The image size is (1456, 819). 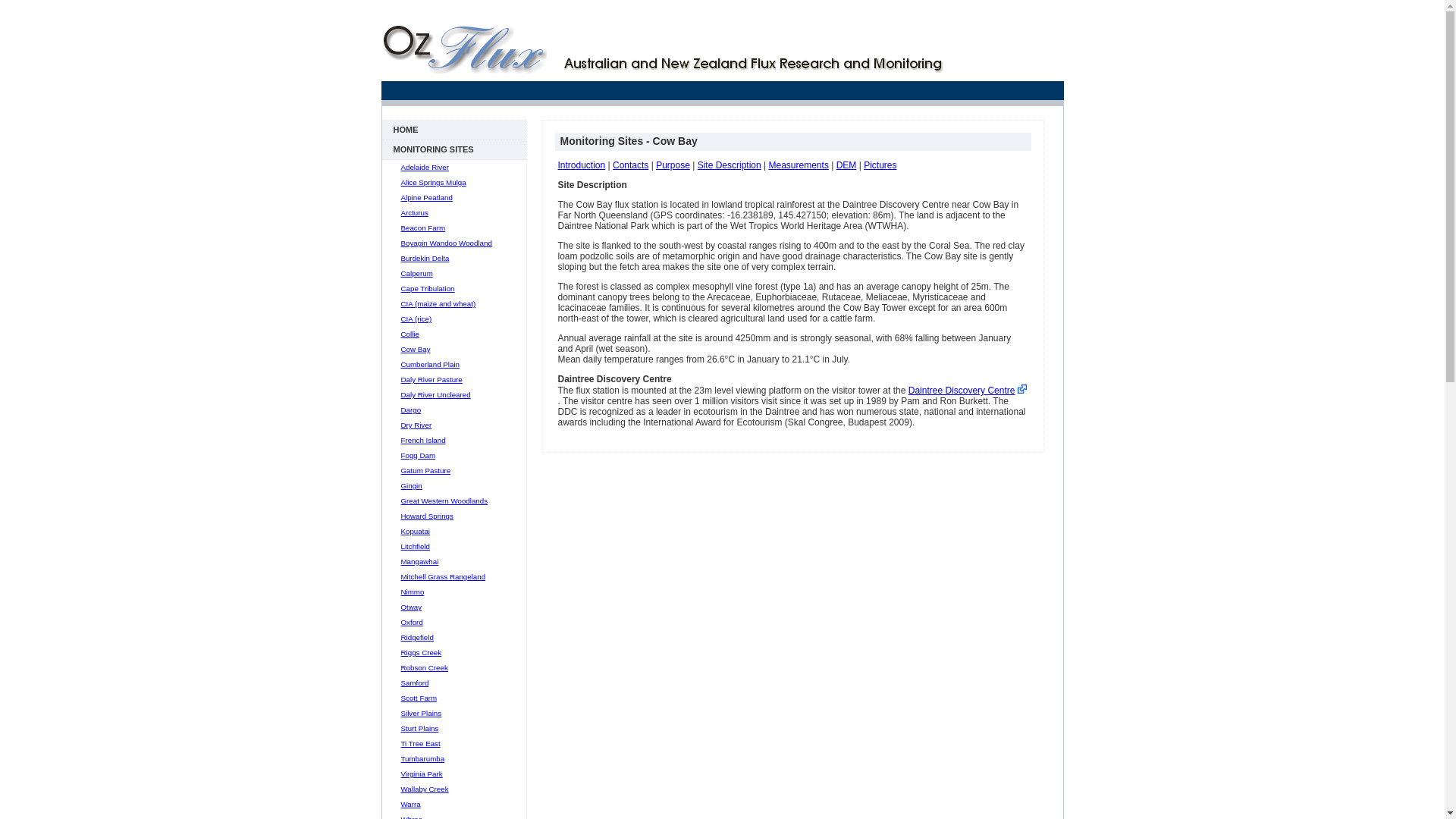 I want to click on 'Silver Plains', so click(x=421, y=713).